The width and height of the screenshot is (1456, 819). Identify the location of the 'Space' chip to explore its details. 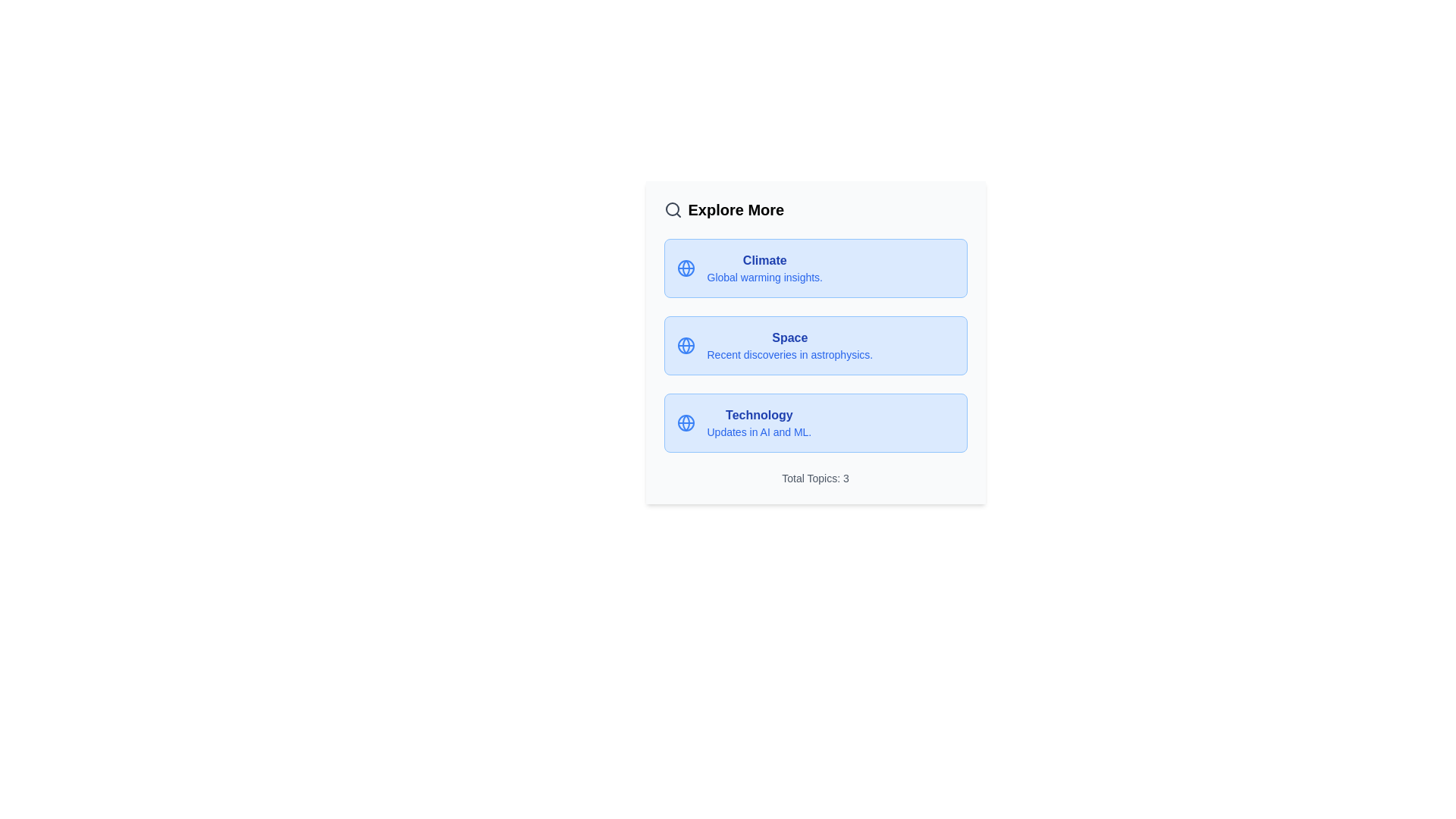
(814, 345).